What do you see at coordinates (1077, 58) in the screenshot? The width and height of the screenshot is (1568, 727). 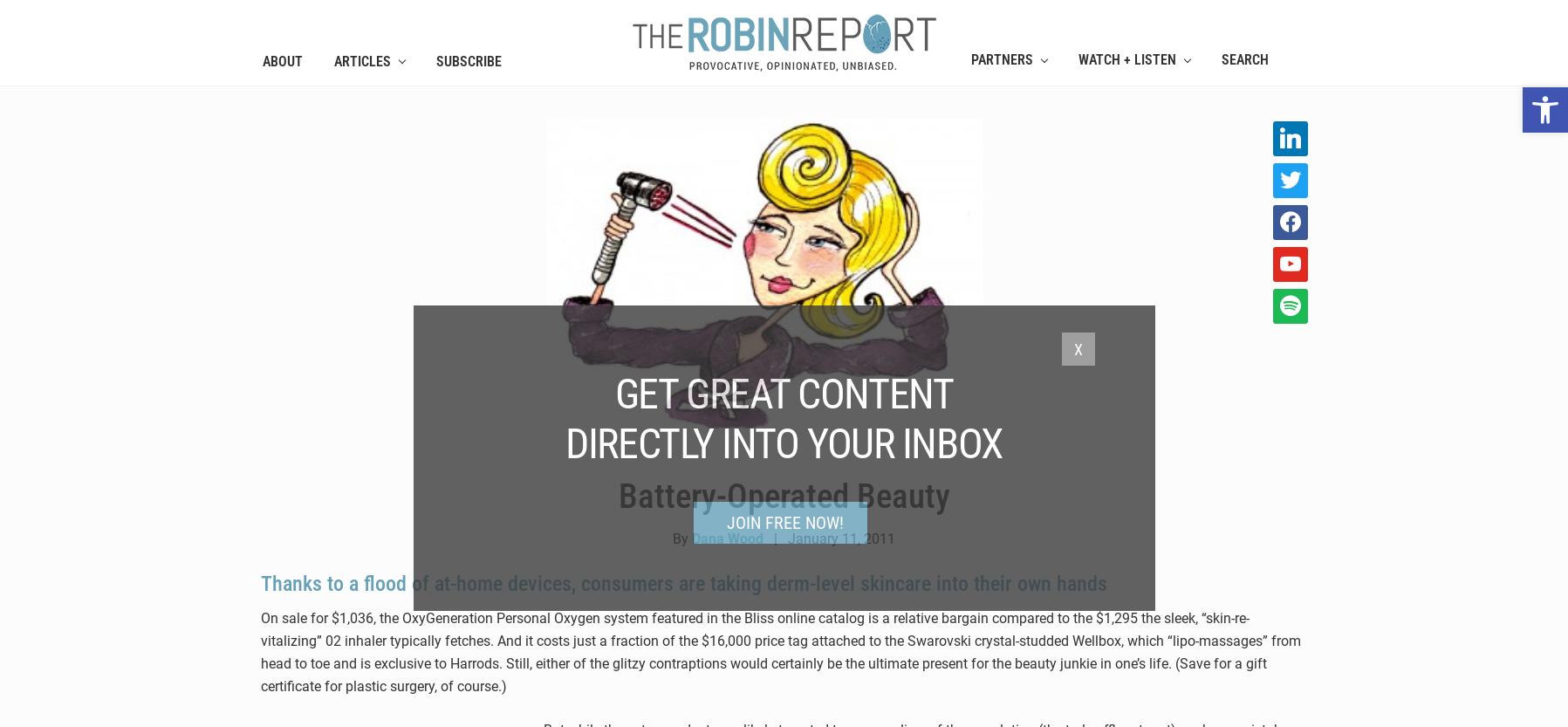 I see `'WATCH + LISTEN'` at bounding box center [1077, 58].